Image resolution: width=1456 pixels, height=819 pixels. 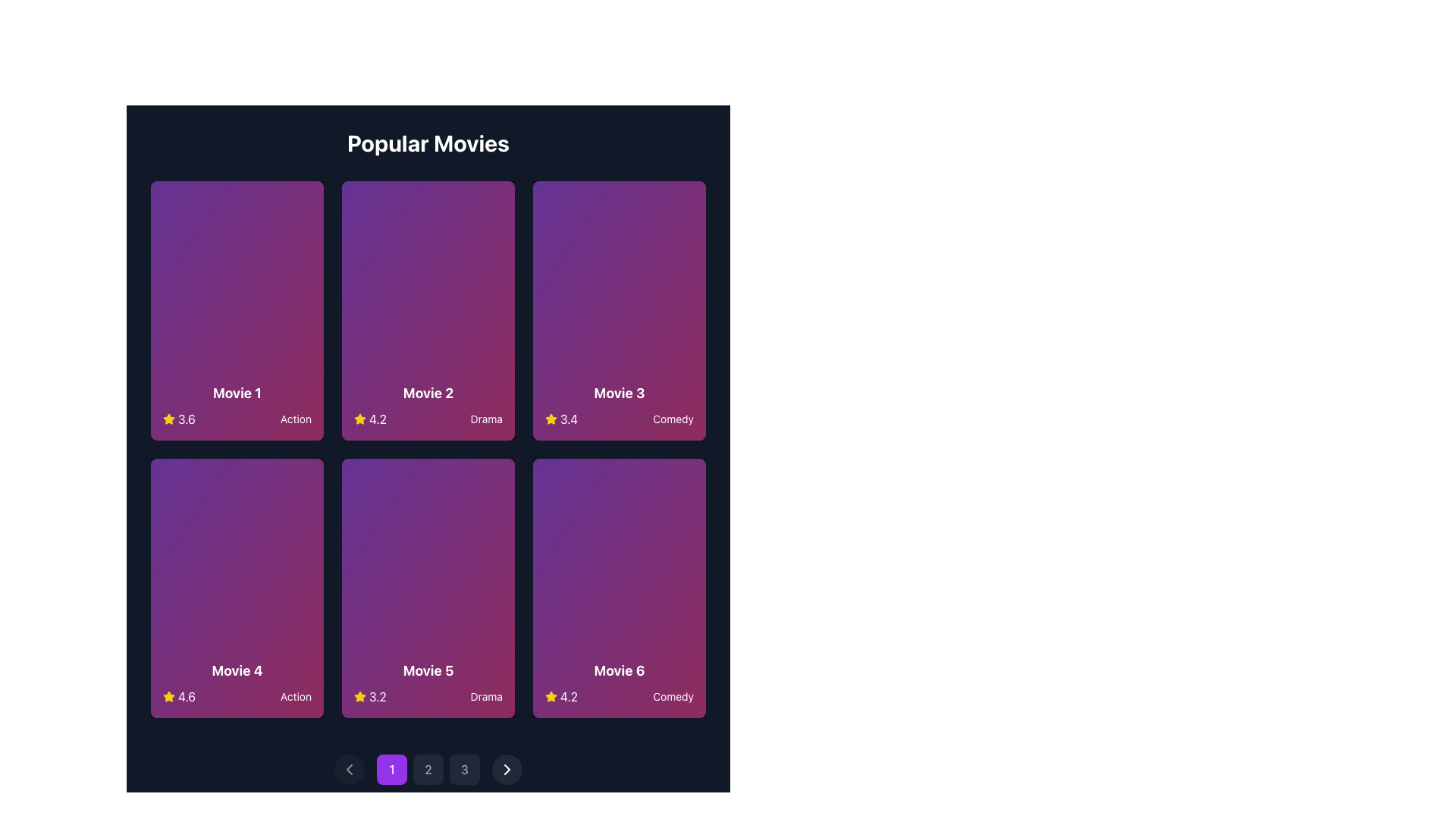 I want to click on the text label displaying the numerical rating '4.6' next to the yellow star icon in the 'Movie 4' card, so click(x=179, y=696).